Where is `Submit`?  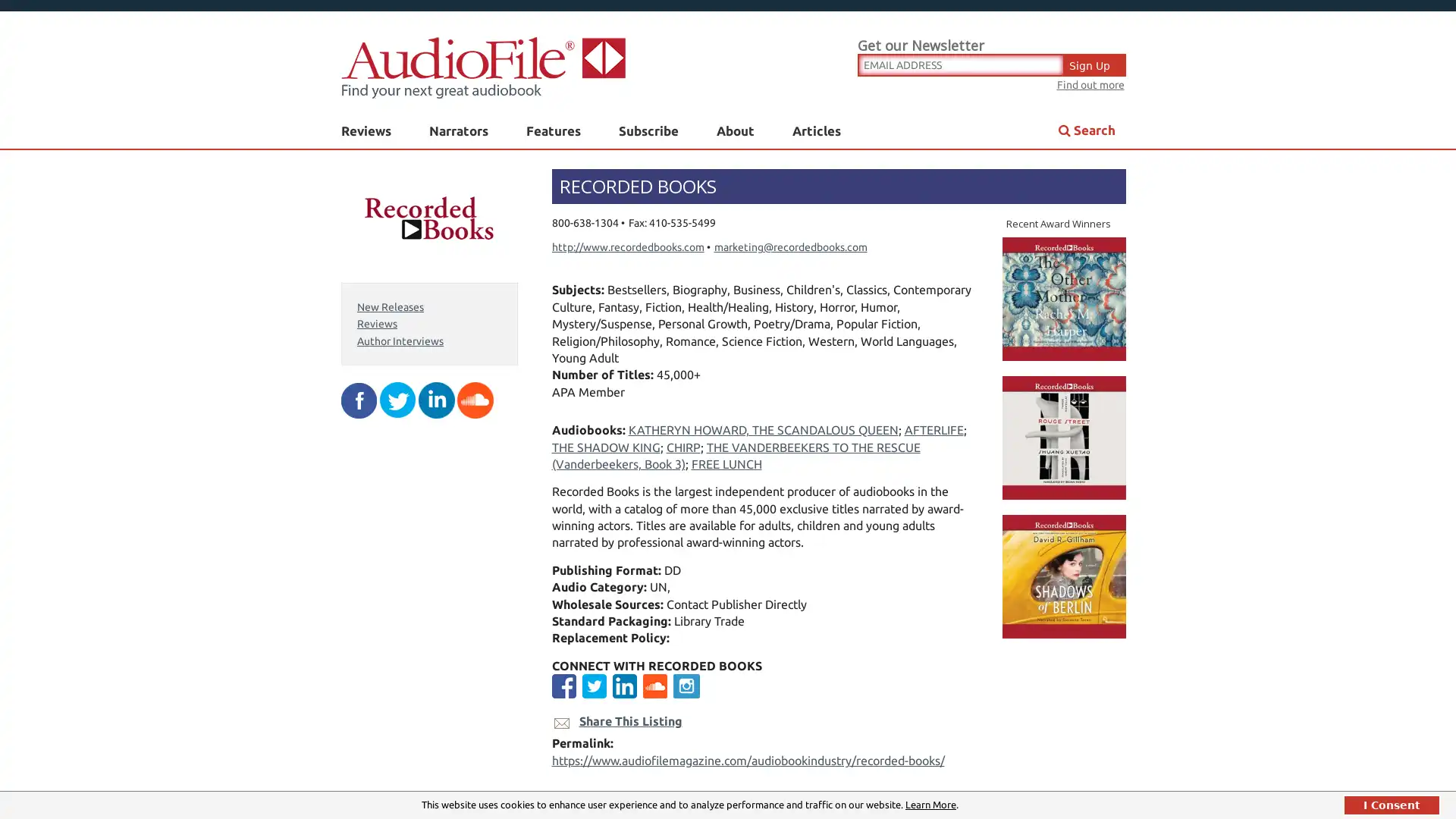
Submit is located at coordinates (880, 333).